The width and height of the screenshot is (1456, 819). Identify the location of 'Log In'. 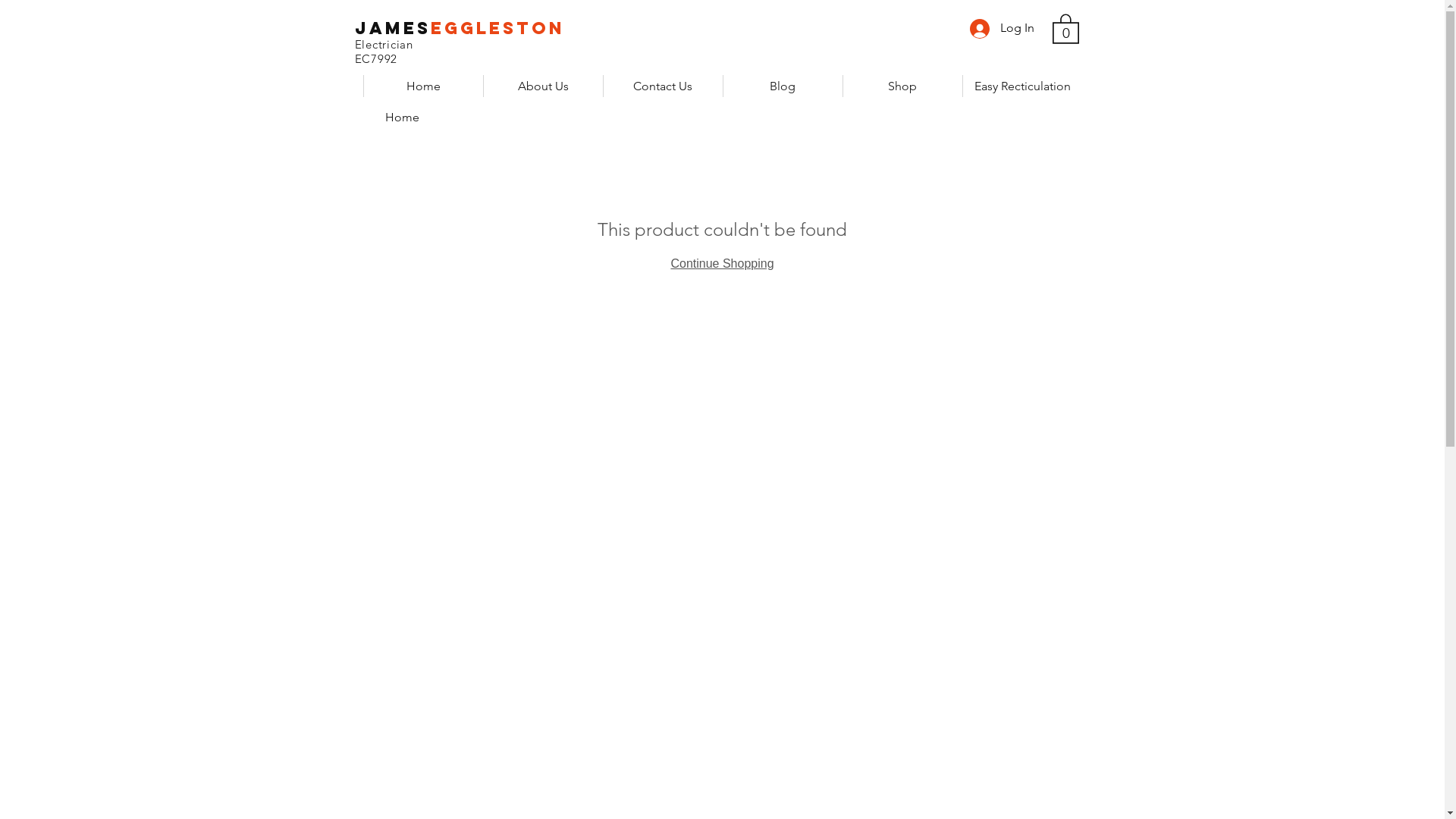
(1001, 28).